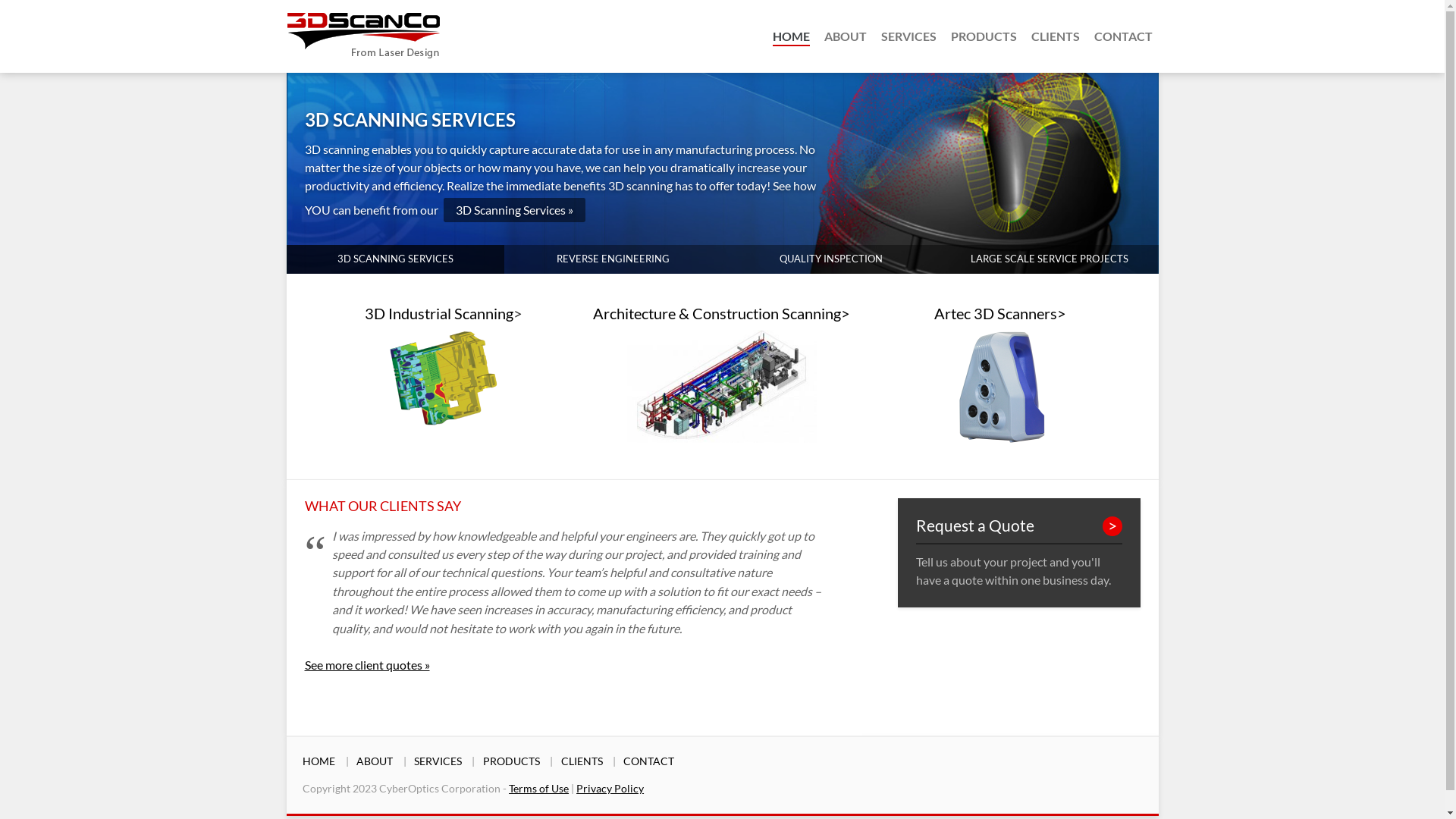  Describe the element at coordinates (482, 761) in the screenshot. I see `'PRODUCTS'` at that location.